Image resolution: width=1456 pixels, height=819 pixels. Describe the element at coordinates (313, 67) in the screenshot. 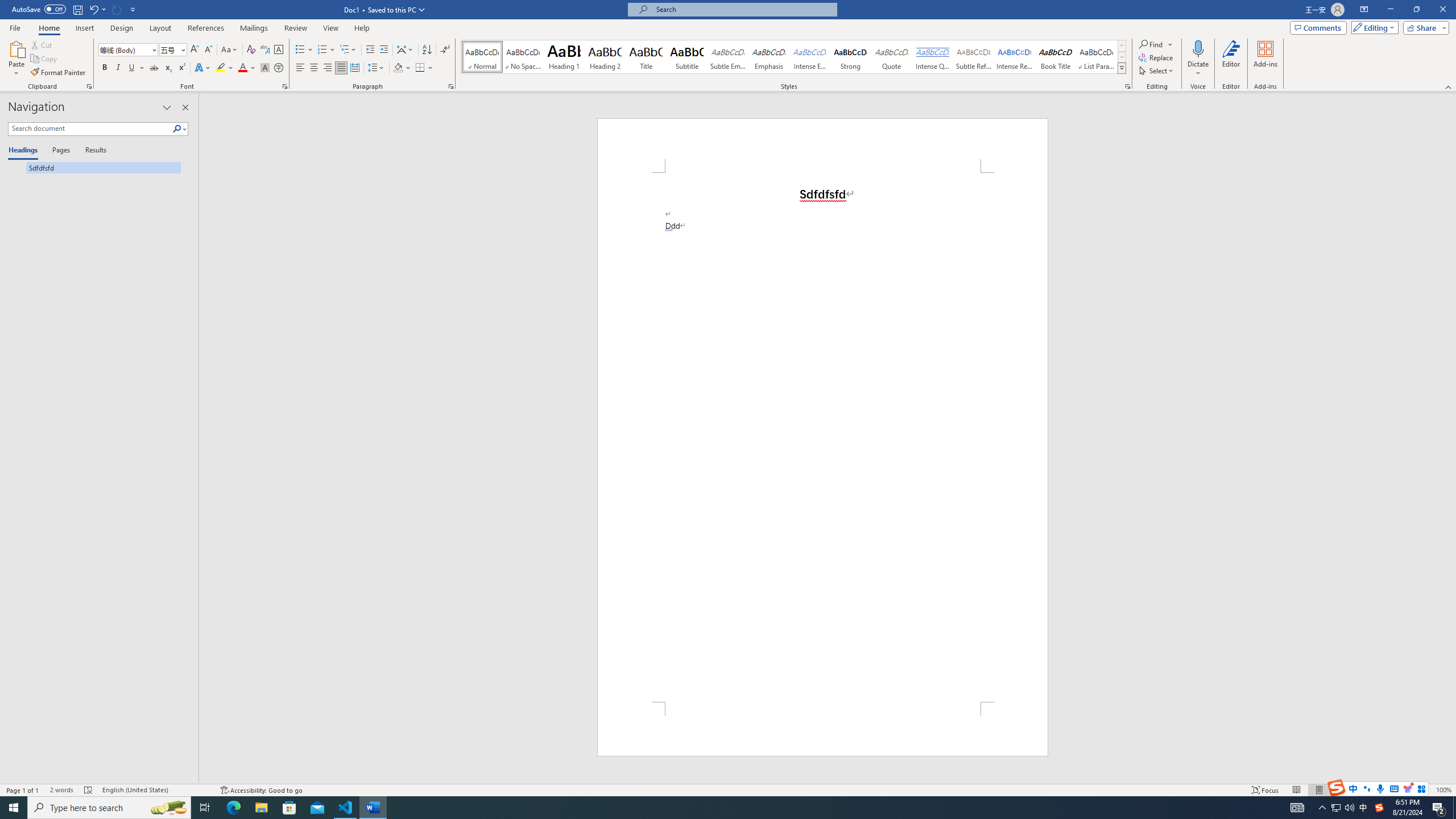

I see `'Center'` at that location.